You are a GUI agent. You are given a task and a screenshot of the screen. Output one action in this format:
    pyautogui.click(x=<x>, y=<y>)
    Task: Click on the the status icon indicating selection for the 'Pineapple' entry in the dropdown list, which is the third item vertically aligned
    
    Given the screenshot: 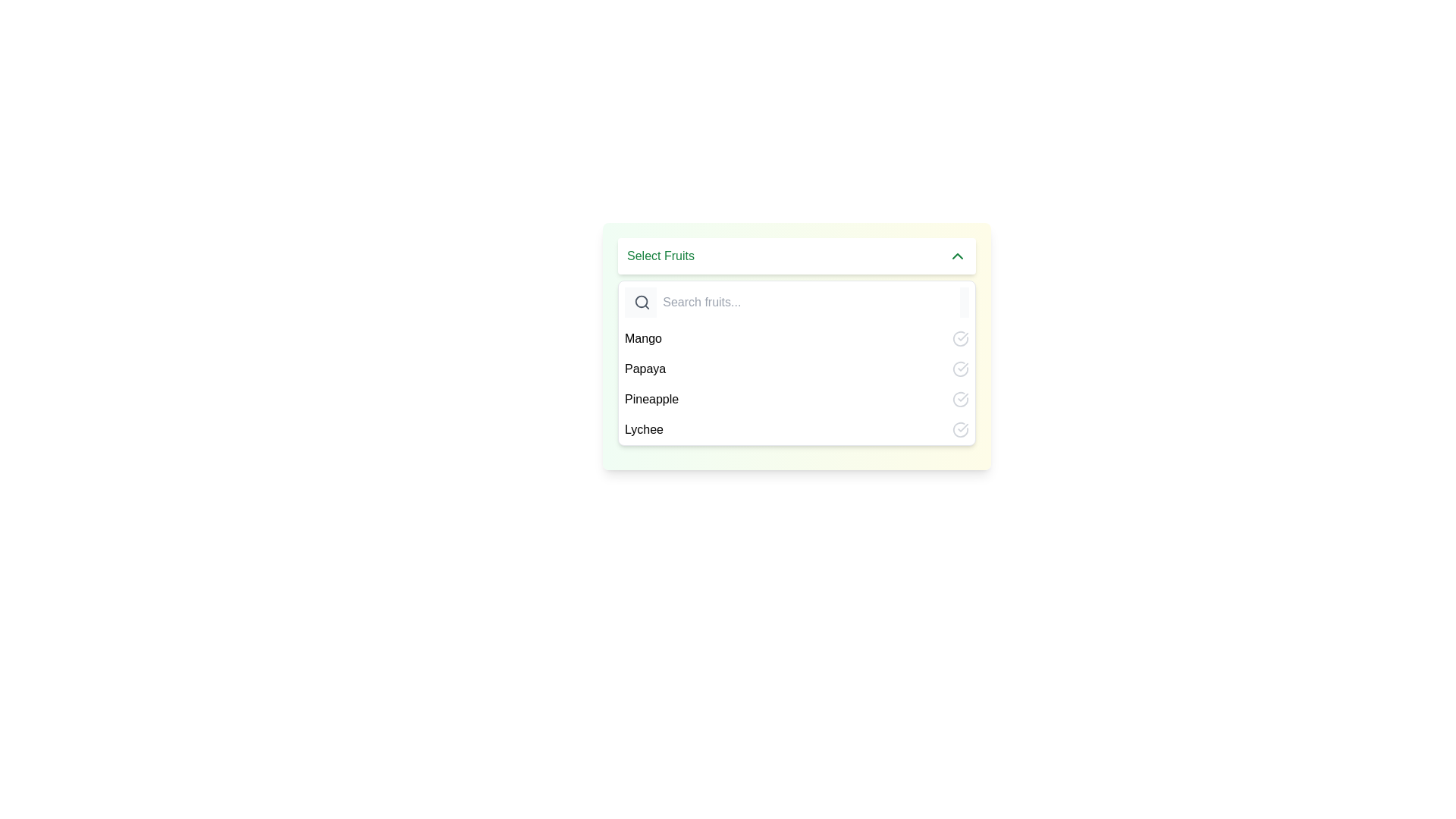 What is the action you would take?
    pyautogui.click(x=962, y=397)
    